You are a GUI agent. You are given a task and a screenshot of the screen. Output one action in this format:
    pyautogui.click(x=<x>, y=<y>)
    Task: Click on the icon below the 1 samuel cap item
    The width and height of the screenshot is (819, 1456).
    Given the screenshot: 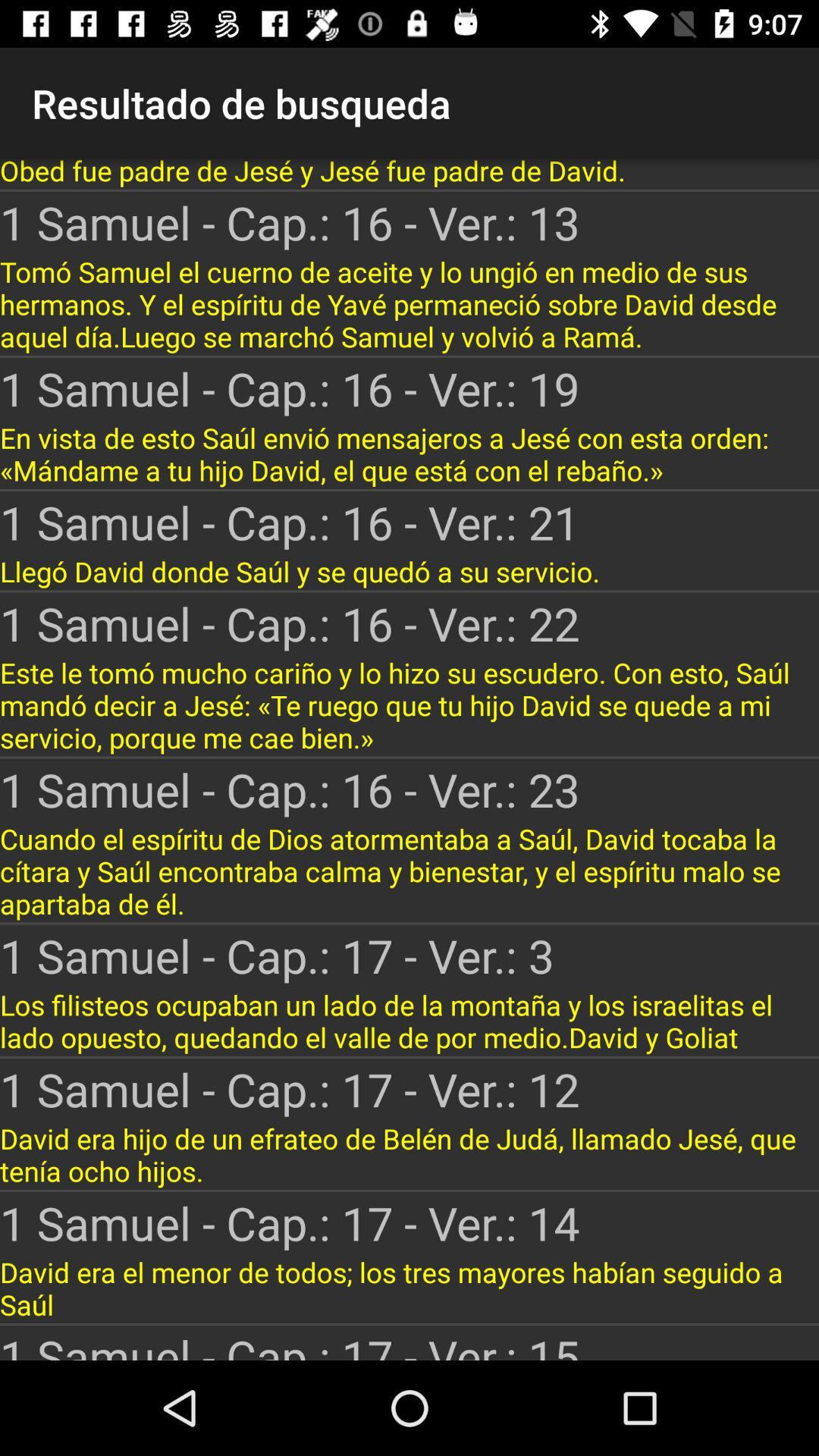 What is the action you would take?
    pyautogui.click(x=409, y=303)
    